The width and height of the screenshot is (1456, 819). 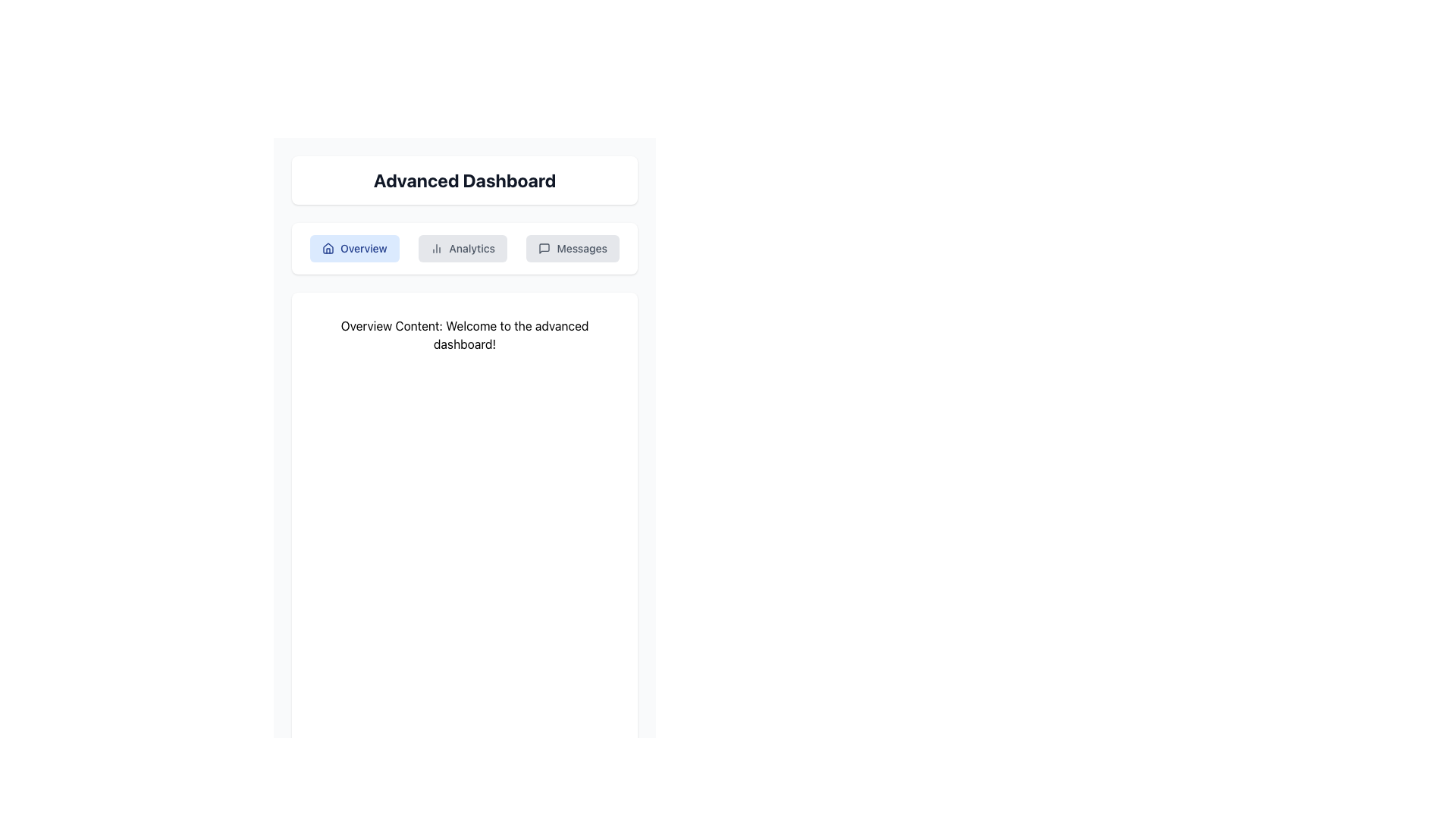 I want to click on the house-shaped icon, so click(x=327, y=247).